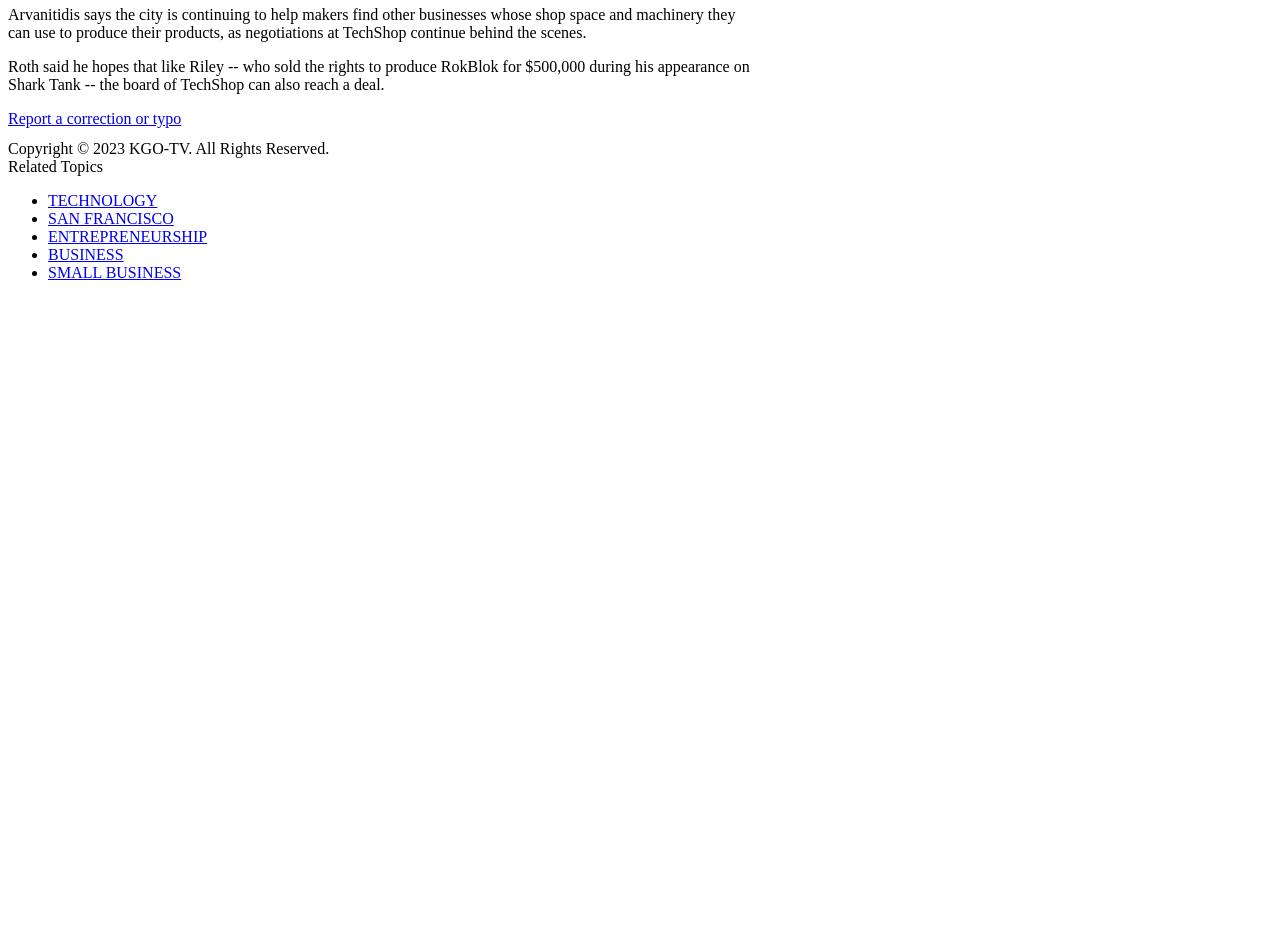  What do you see at coordinates (85, 253) in the screenshot?
I see `'BUSINESS'` at bounding box center [85, 253].